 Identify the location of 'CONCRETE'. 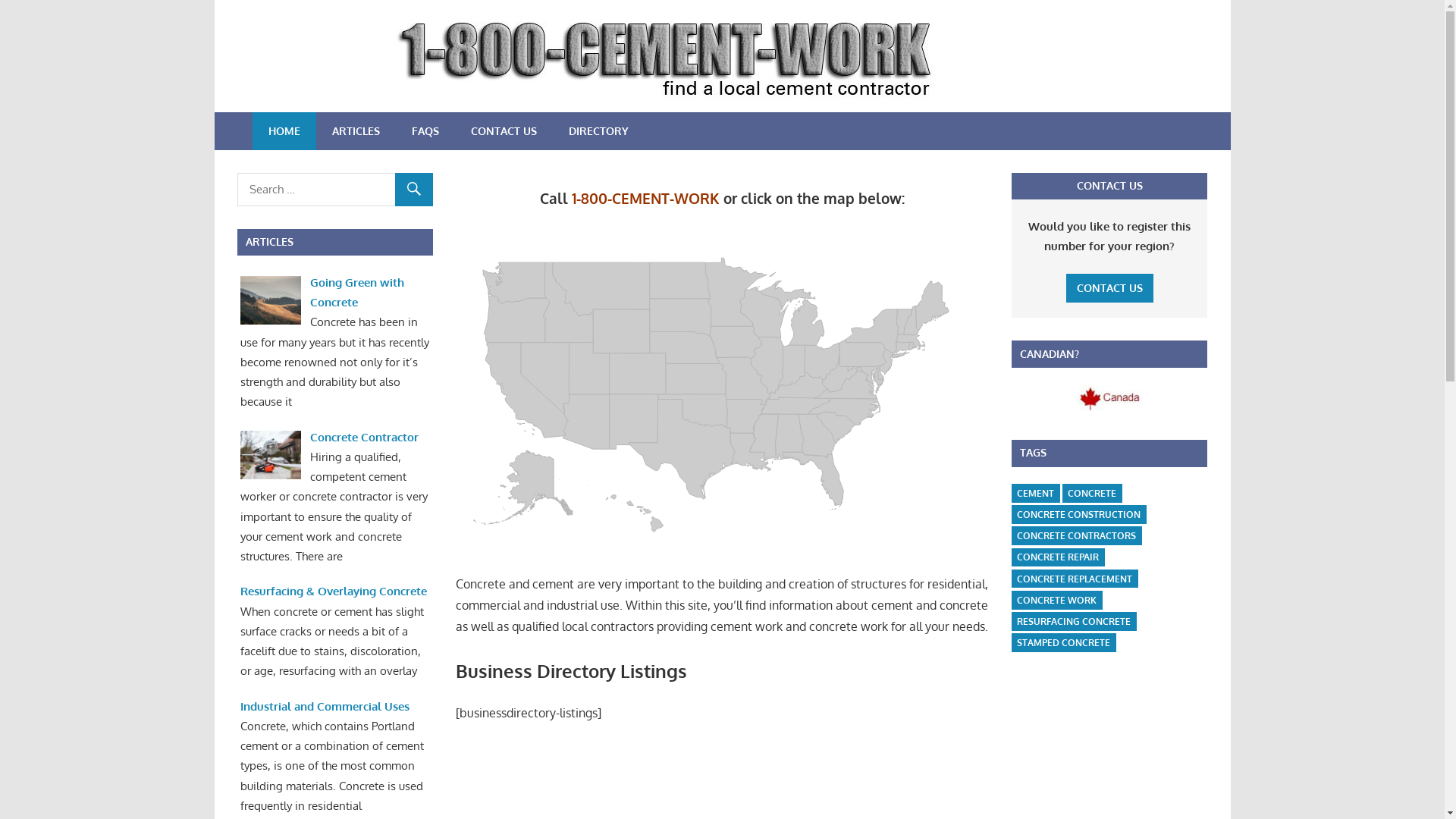
(1062, 493).